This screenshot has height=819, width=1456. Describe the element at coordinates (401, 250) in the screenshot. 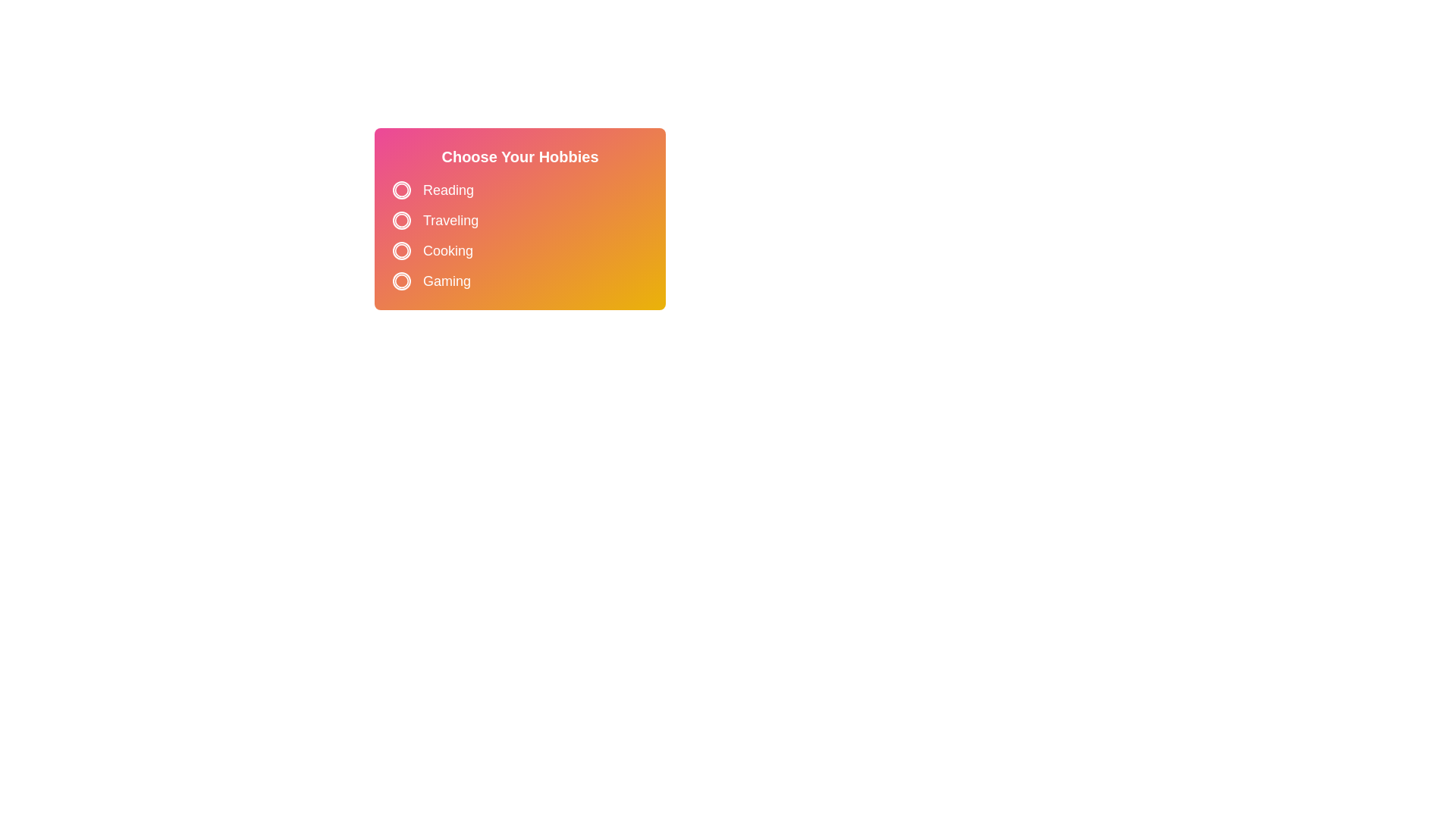

I see `the circle button corresponding to the hobby Cooking` at that location.